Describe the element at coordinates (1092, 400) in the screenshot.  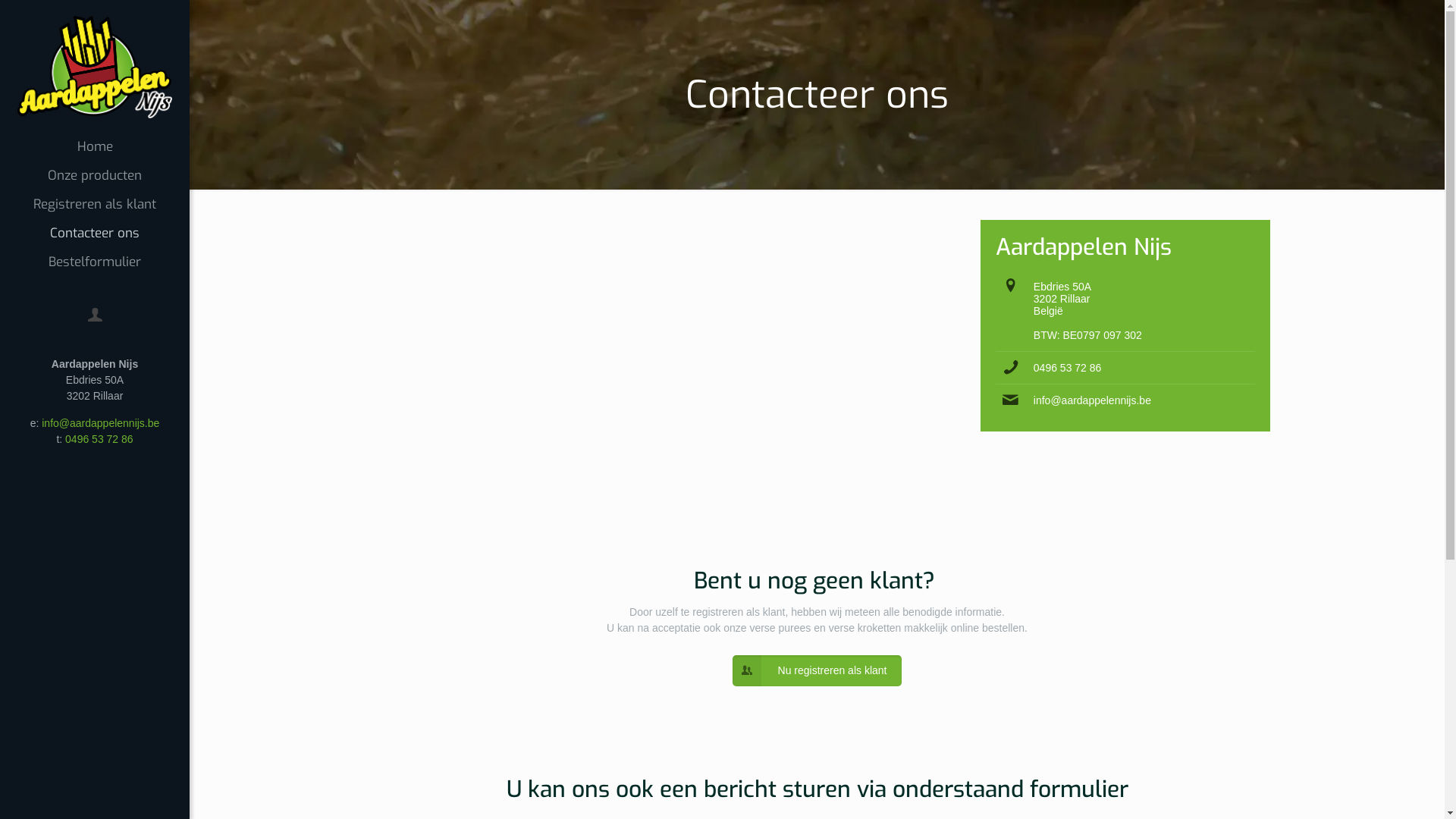
I see `'info@aardappelennijs.be'` at that location.